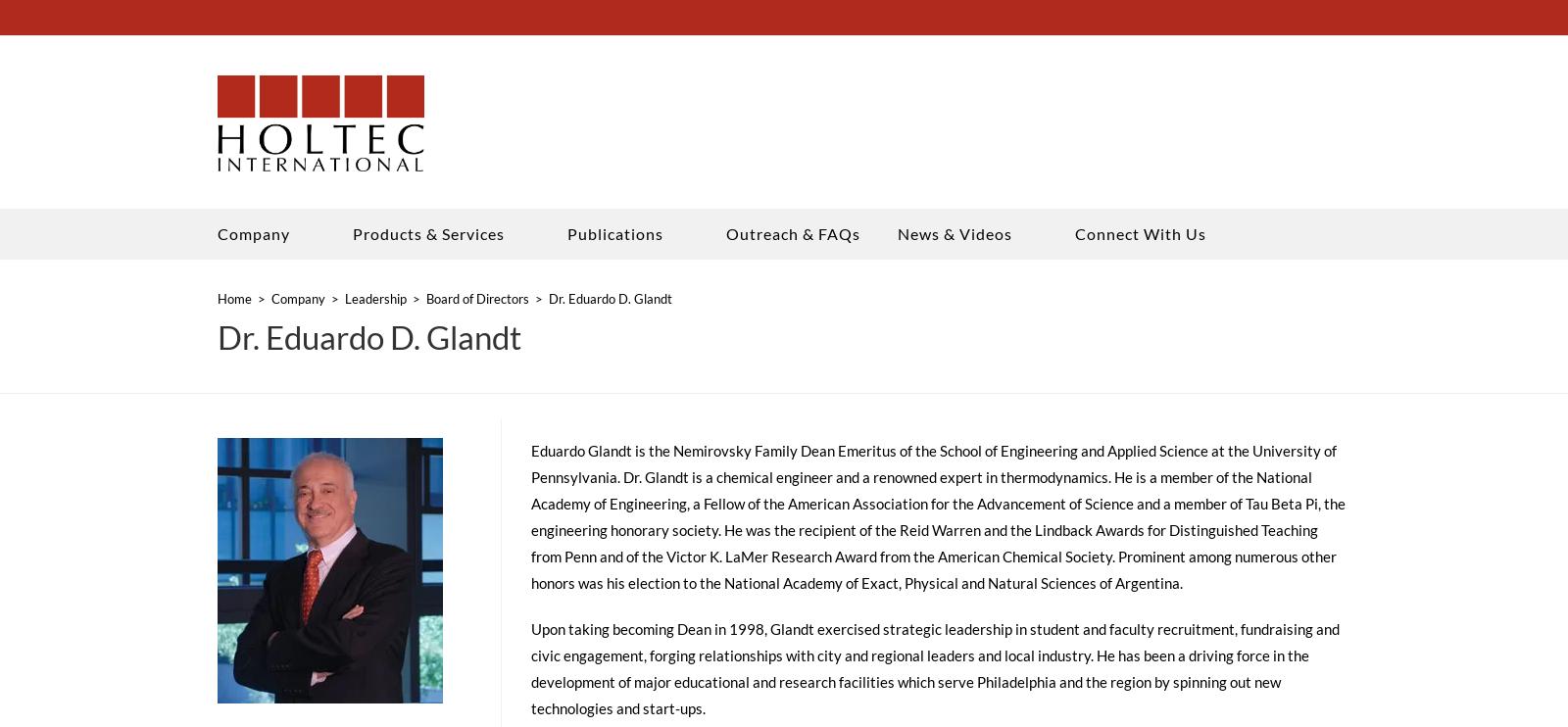 The image size is (1568, 727). I want to click on 'Board of Directors', so click(476, 304).